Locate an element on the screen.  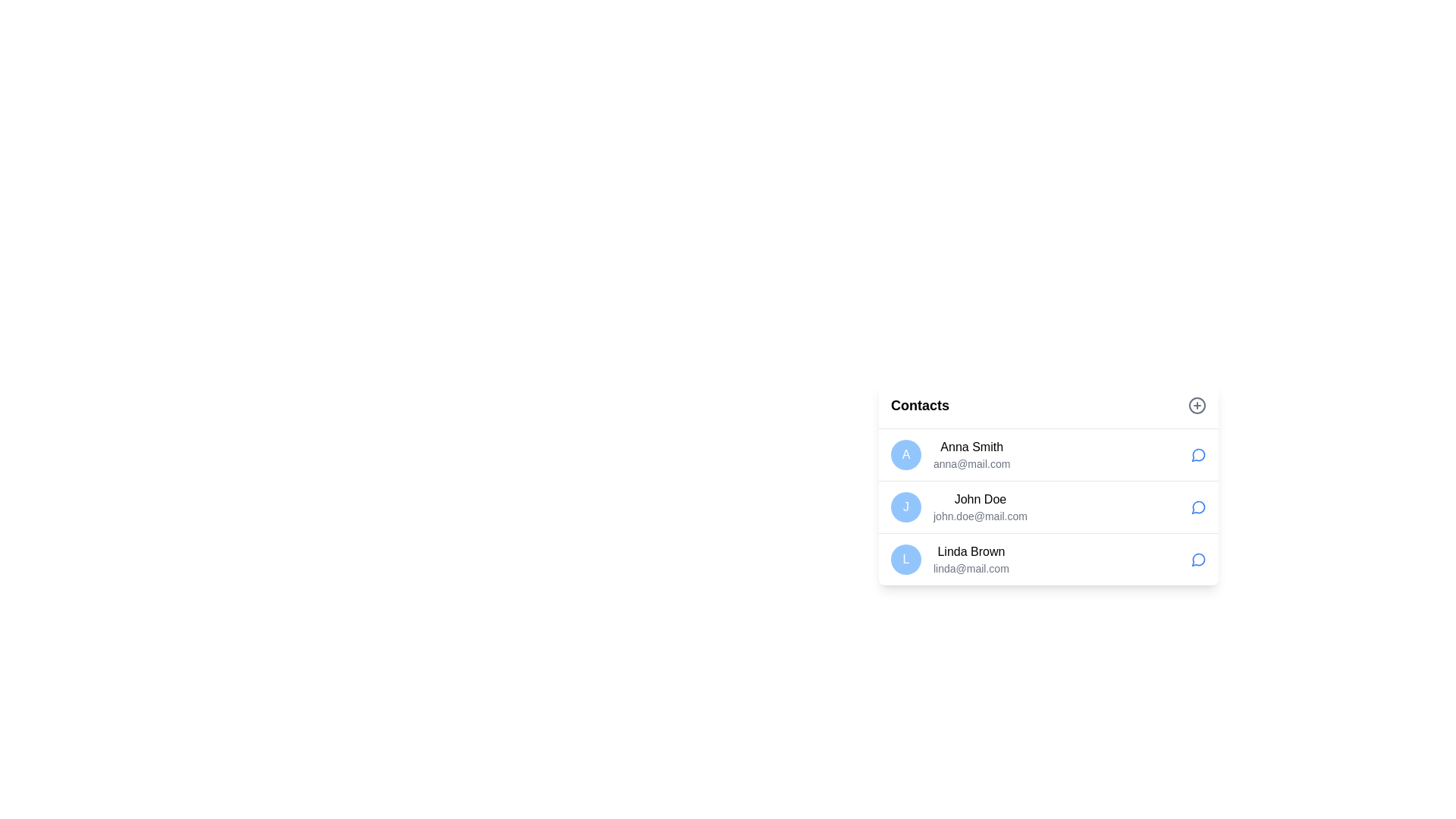
the circular boundary decoration of the add contact button located at the top-right corner of the contacts list interface is located at coordinates (1197, 405).